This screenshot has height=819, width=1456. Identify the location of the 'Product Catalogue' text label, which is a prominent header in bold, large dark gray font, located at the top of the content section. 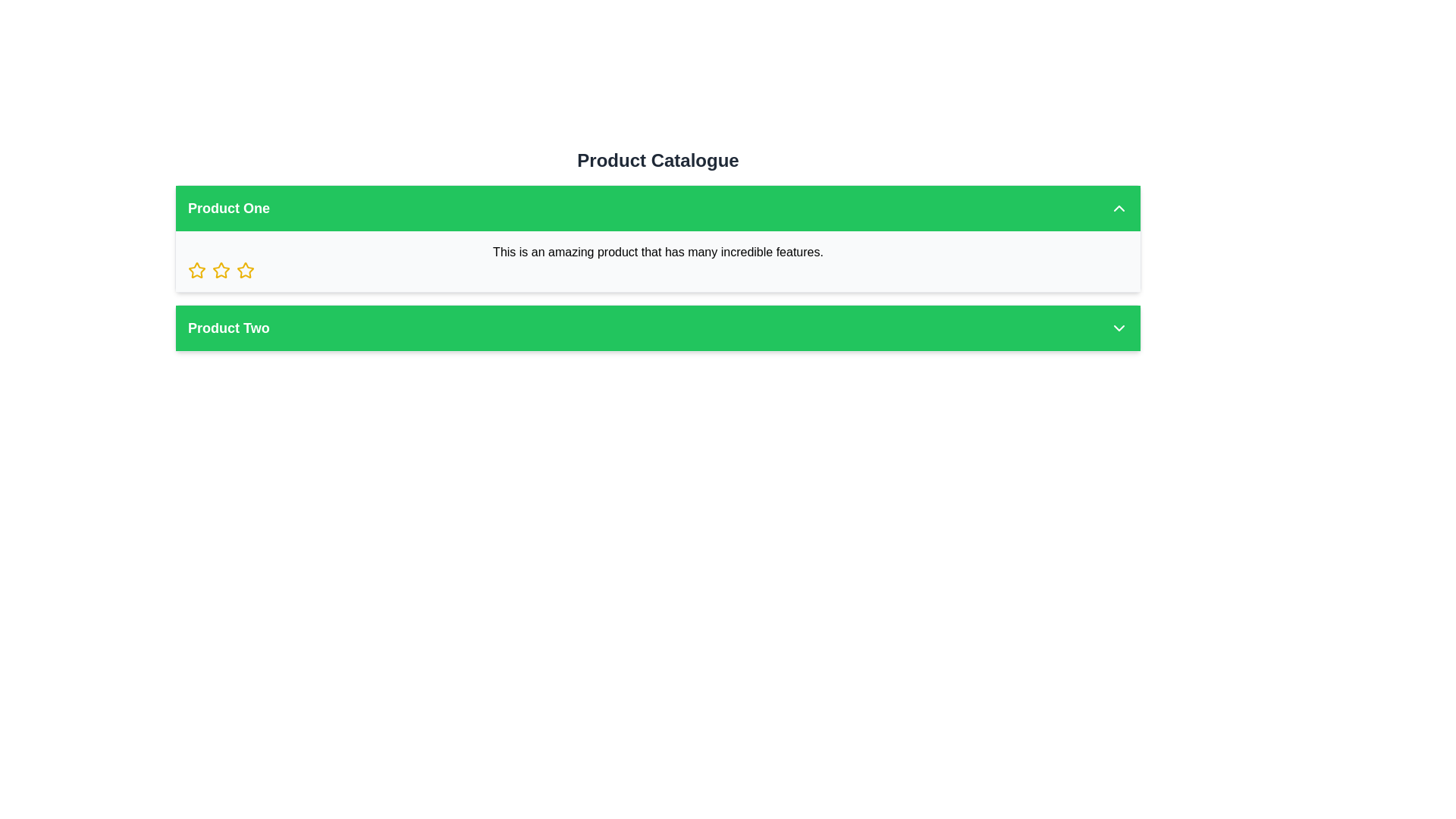
(658, 161).